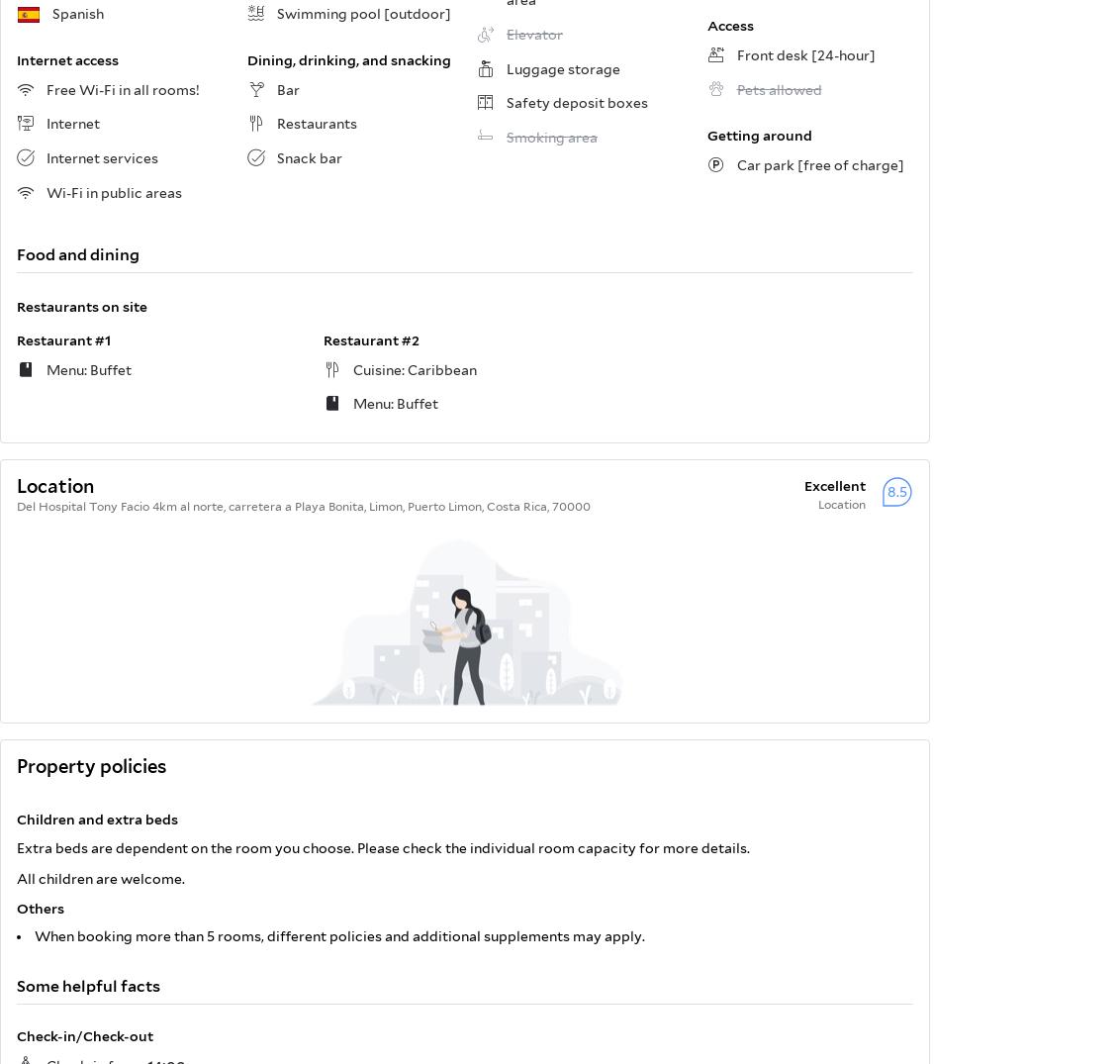 Image resolution: width=1120 pixels, height=1064 pixels. I want to click on 'Spanish', so click(78, 12).